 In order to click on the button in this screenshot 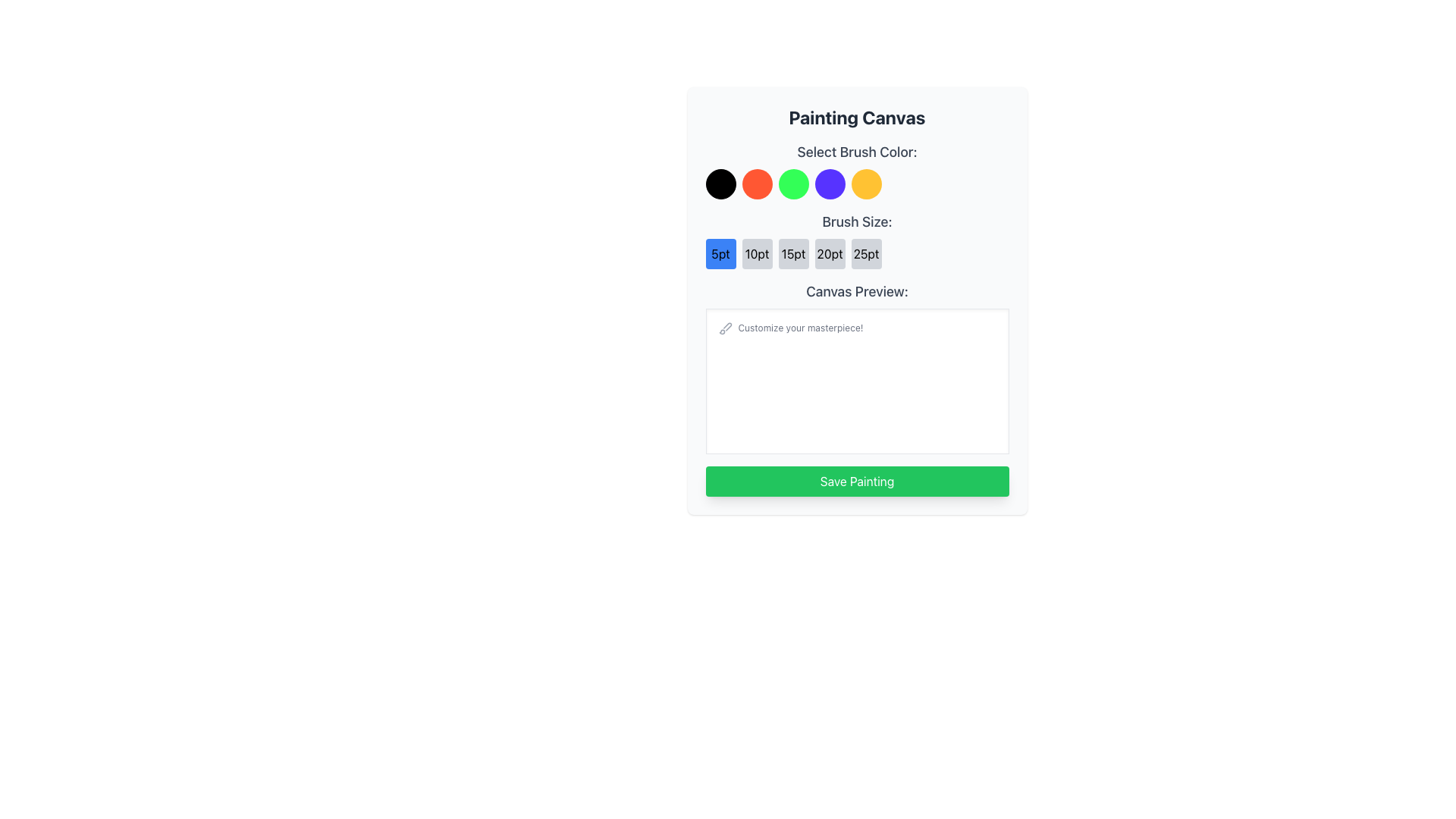, I will do `click(792, 253)`.